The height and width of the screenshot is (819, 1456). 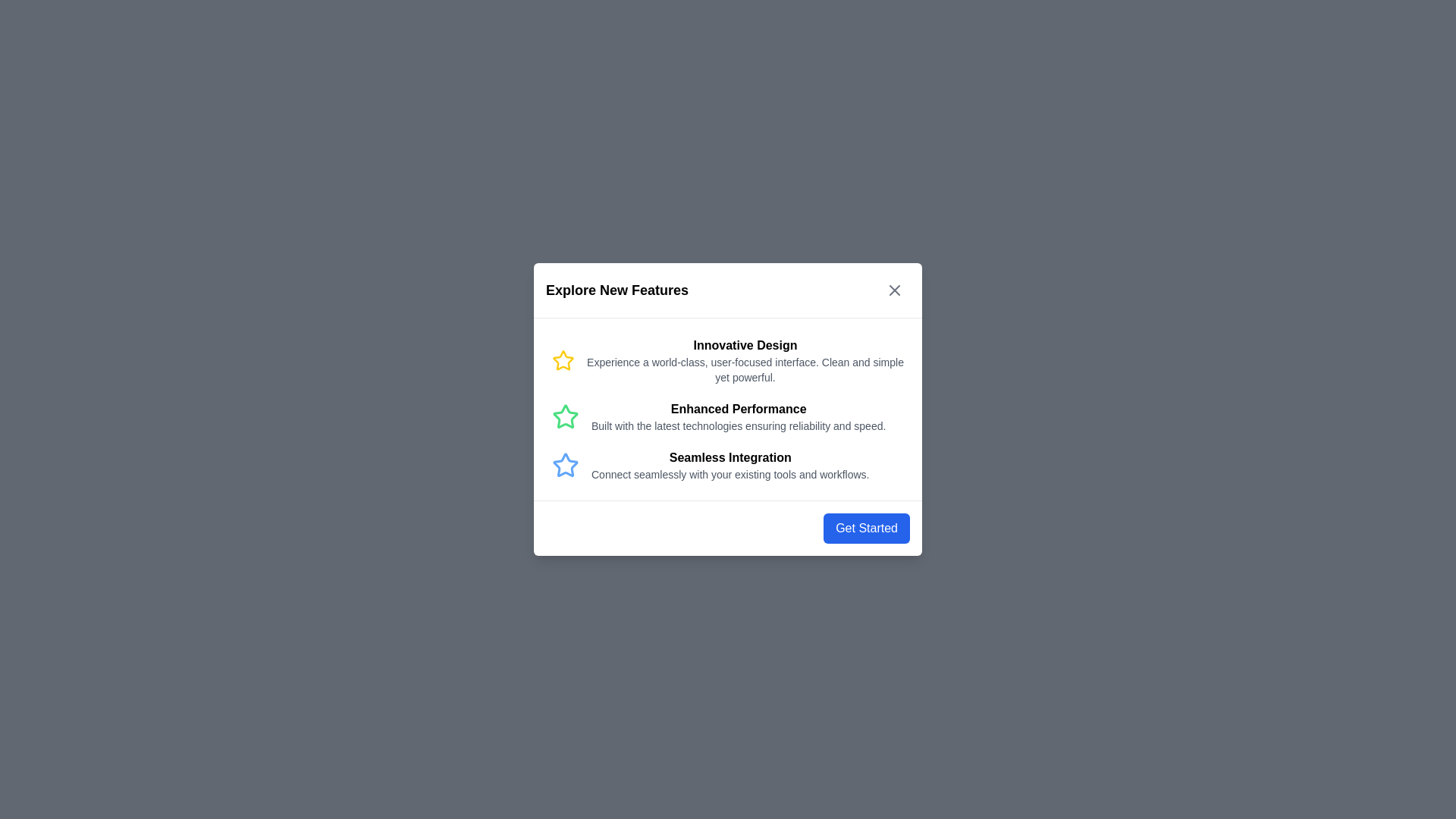 What do you see at coordinates (867, 528) in the screenshot?
I see `the button located at the bottom right corner of the modal dialog to facilitate accessibility interactions` at bounding box center [867, 528].